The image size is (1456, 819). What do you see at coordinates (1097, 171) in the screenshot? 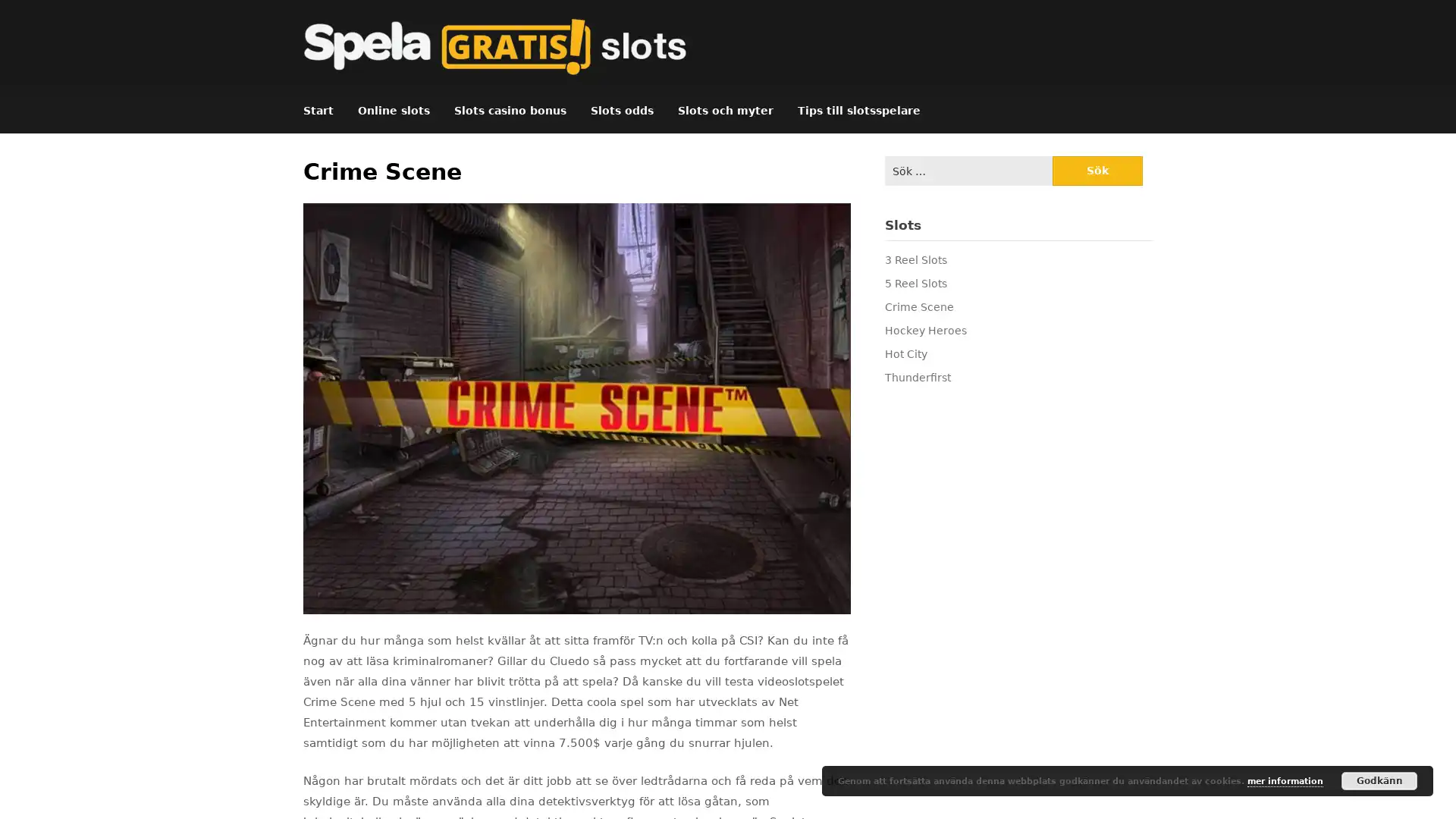
I see `Sok` at bounding box center [1097, 171].